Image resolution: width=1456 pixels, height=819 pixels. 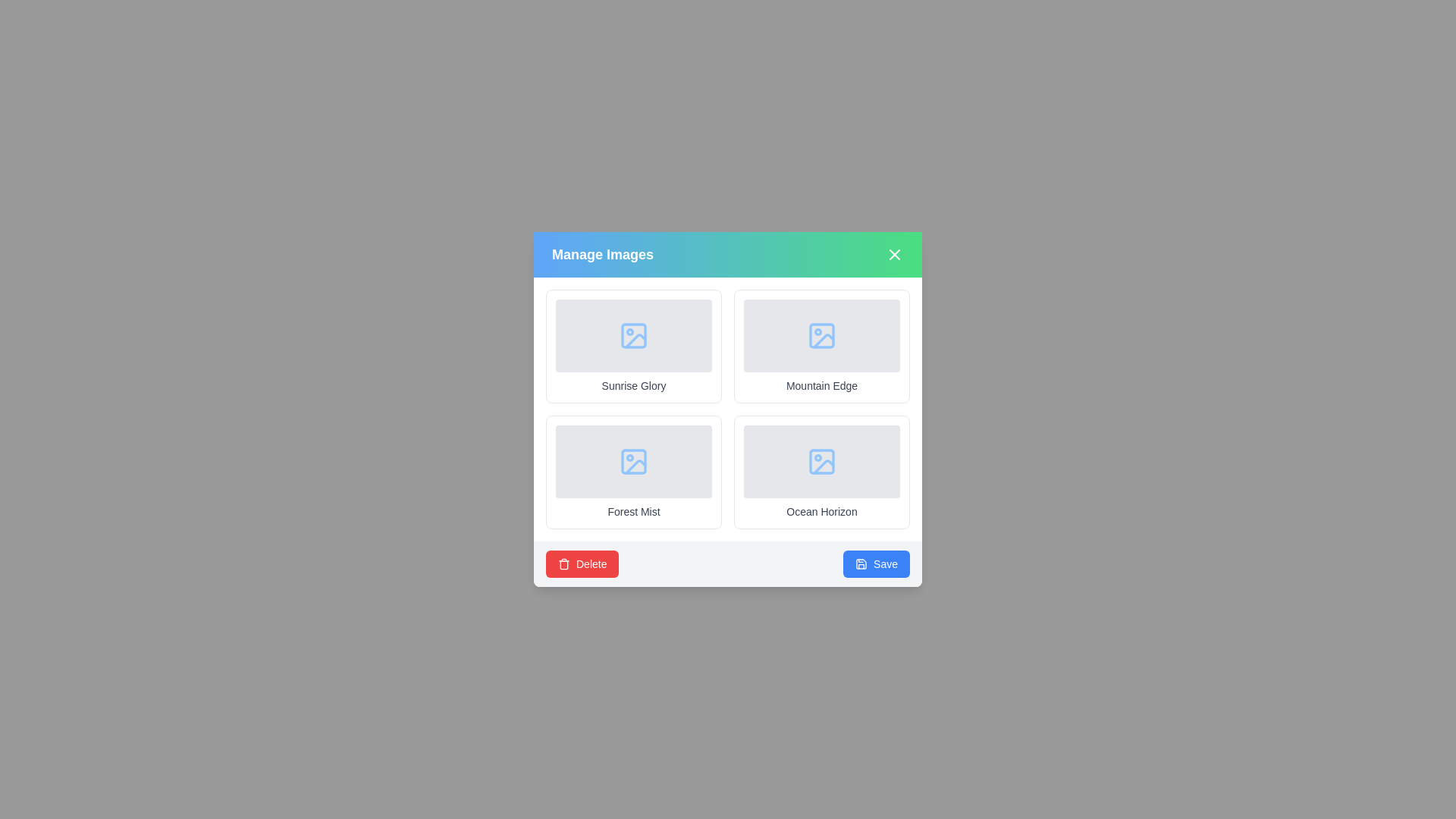 What do you see at coordinates (861, 564) in the screenshot?
I see `the graphical icon element resembling a part of a save icon, which is positioned at the bottom-right corner of the dialog box, just above the 'Save' button` at bounding box center [861, 564].